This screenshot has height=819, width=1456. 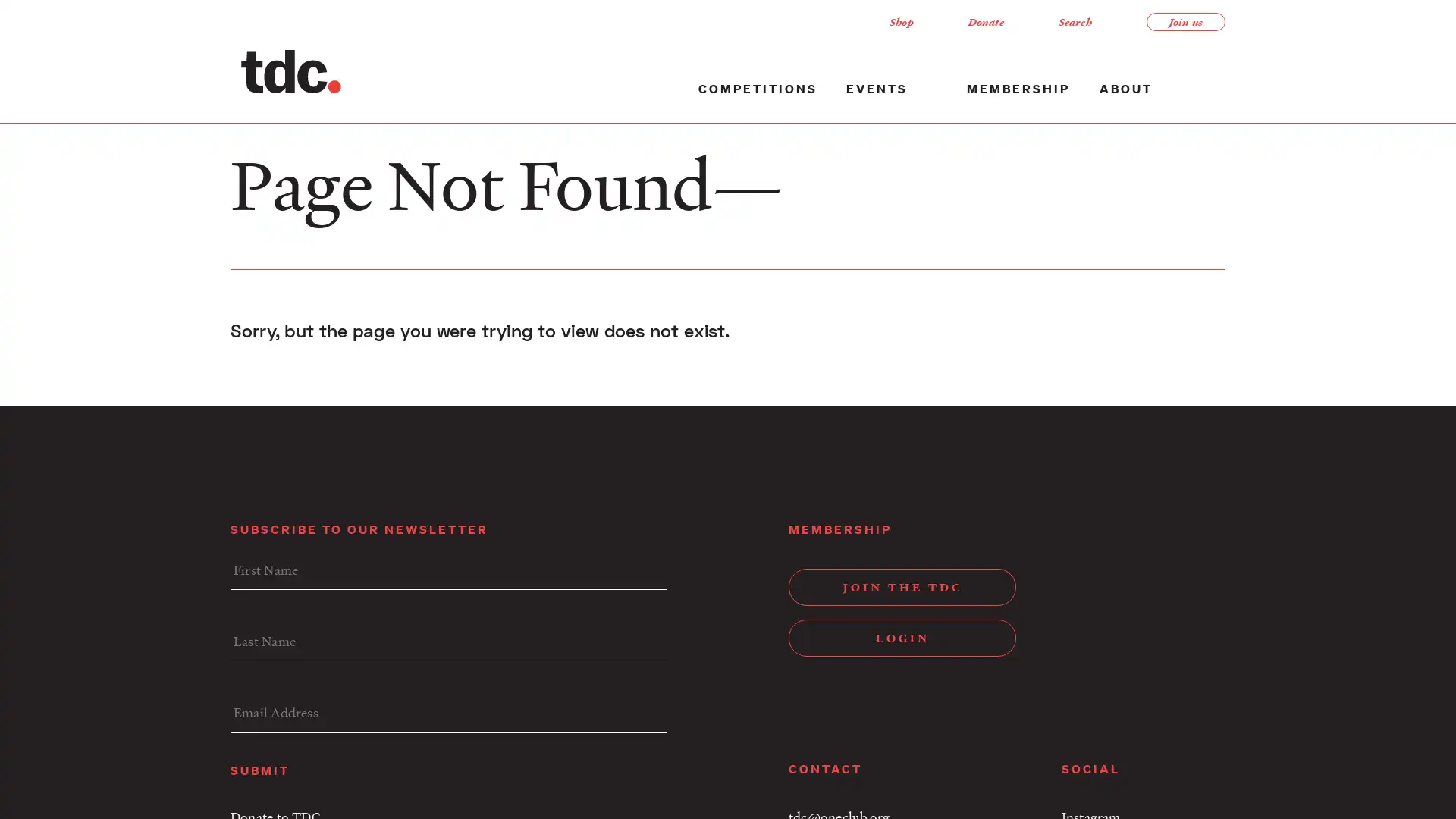 What do you see at coordinates (259, 769) in the screenshot?
I see `Submit` at bounding box center [259, 769].